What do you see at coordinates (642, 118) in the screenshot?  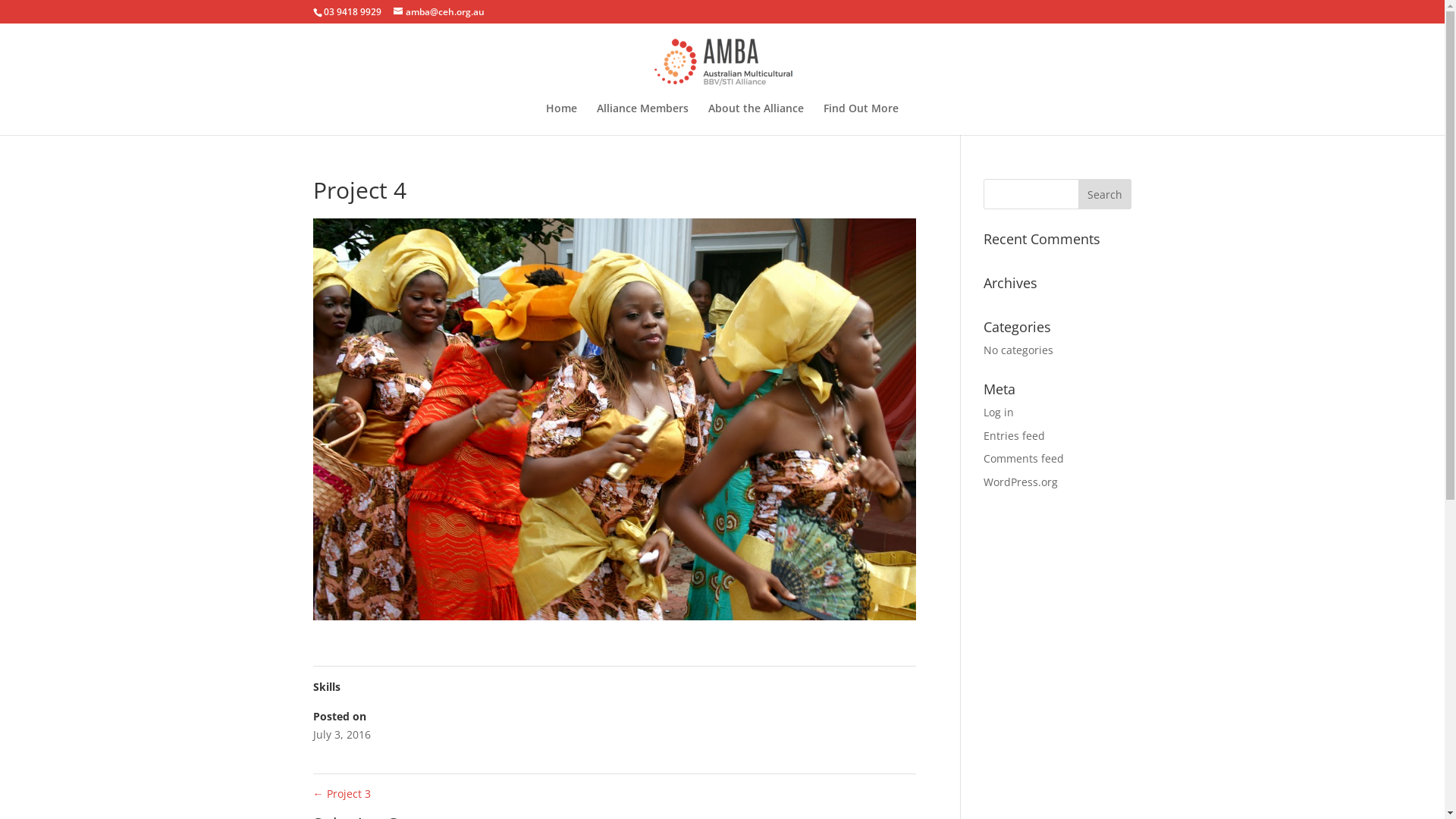 I see `'Alliance Members'` at bounding box center [642, 118].